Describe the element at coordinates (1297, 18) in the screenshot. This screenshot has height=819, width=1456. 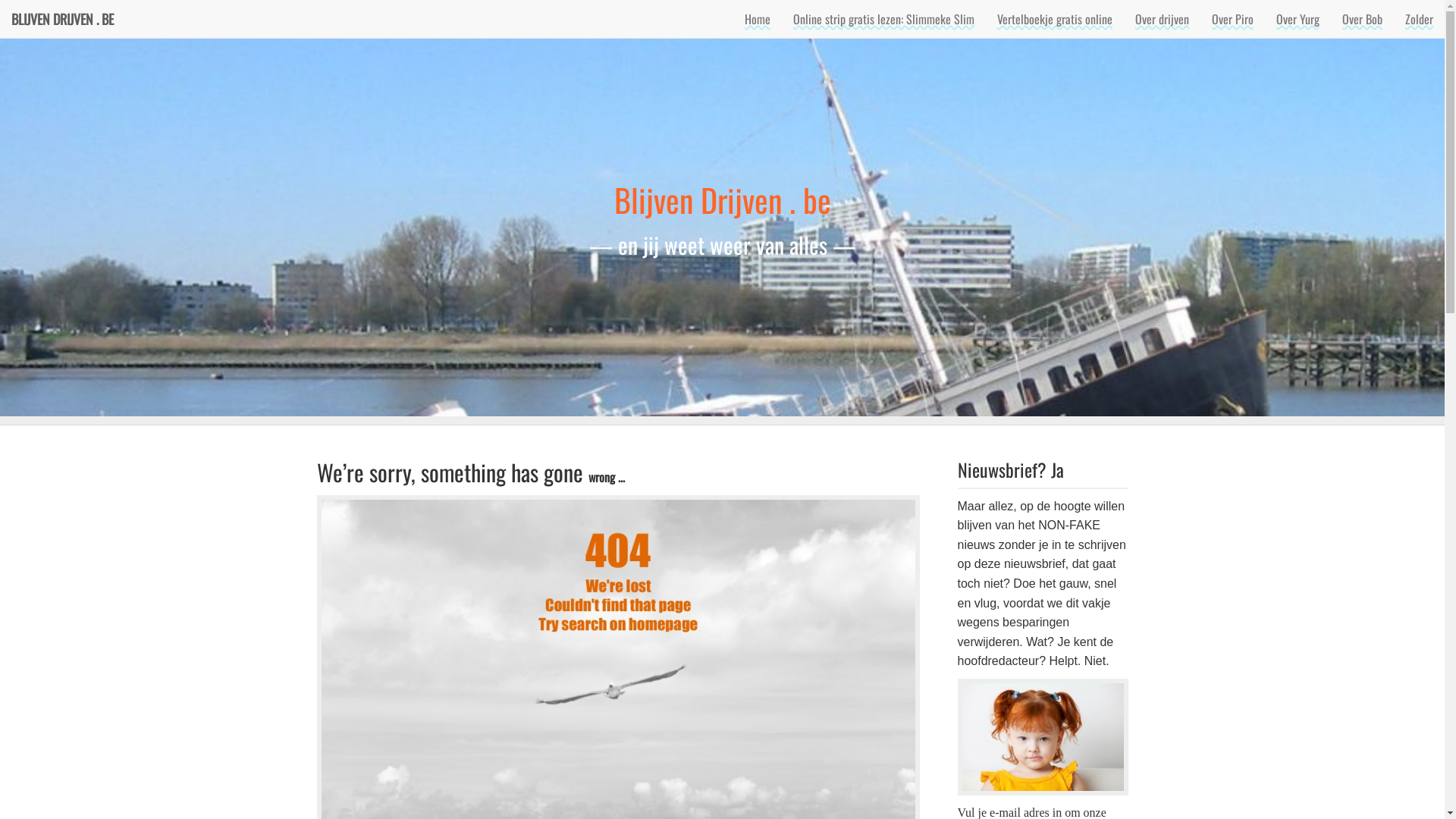
I see `'Over Yurg'` at that location.